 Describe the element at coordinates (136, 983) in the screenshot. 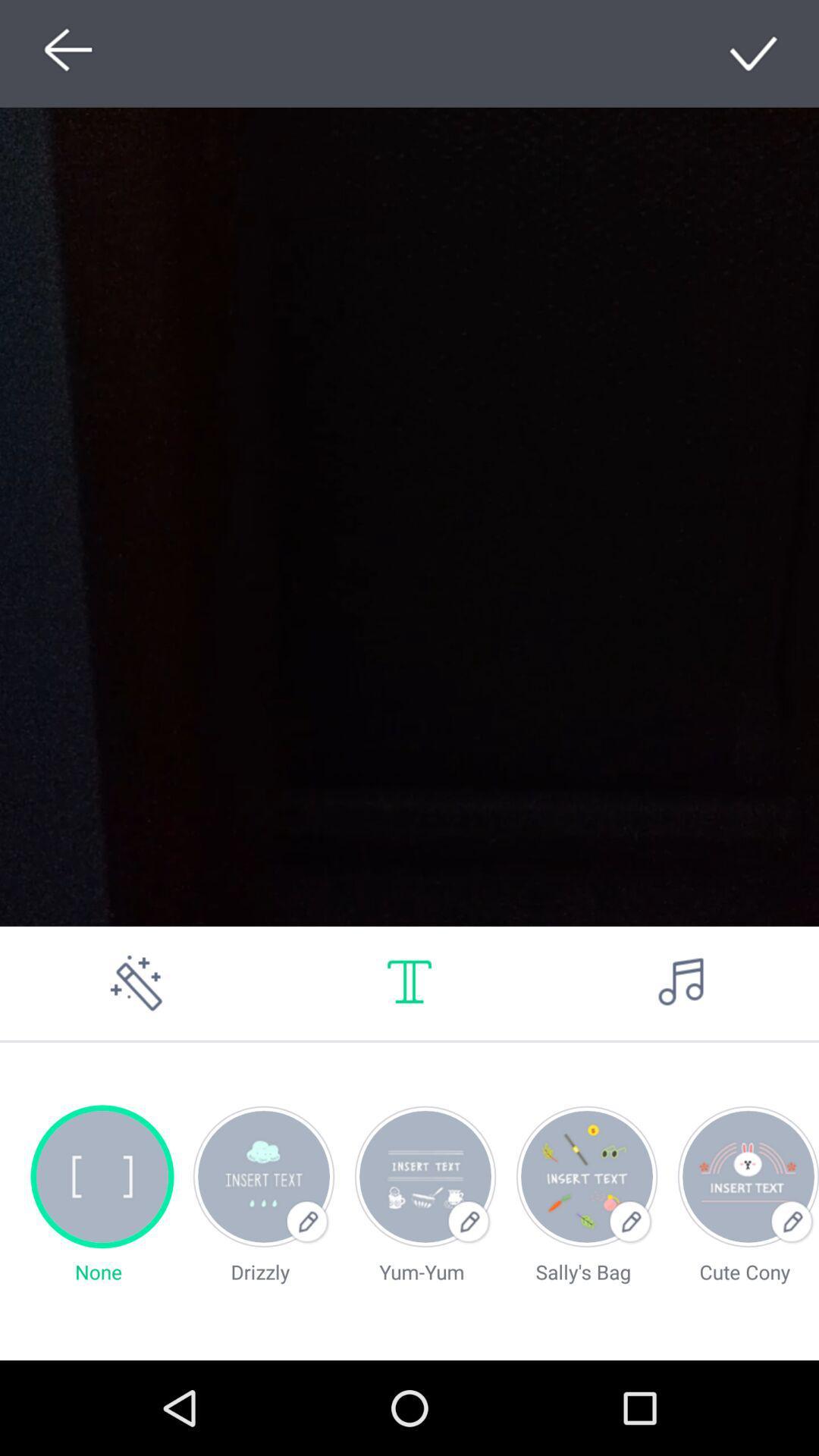

I see `effect option` at that location.